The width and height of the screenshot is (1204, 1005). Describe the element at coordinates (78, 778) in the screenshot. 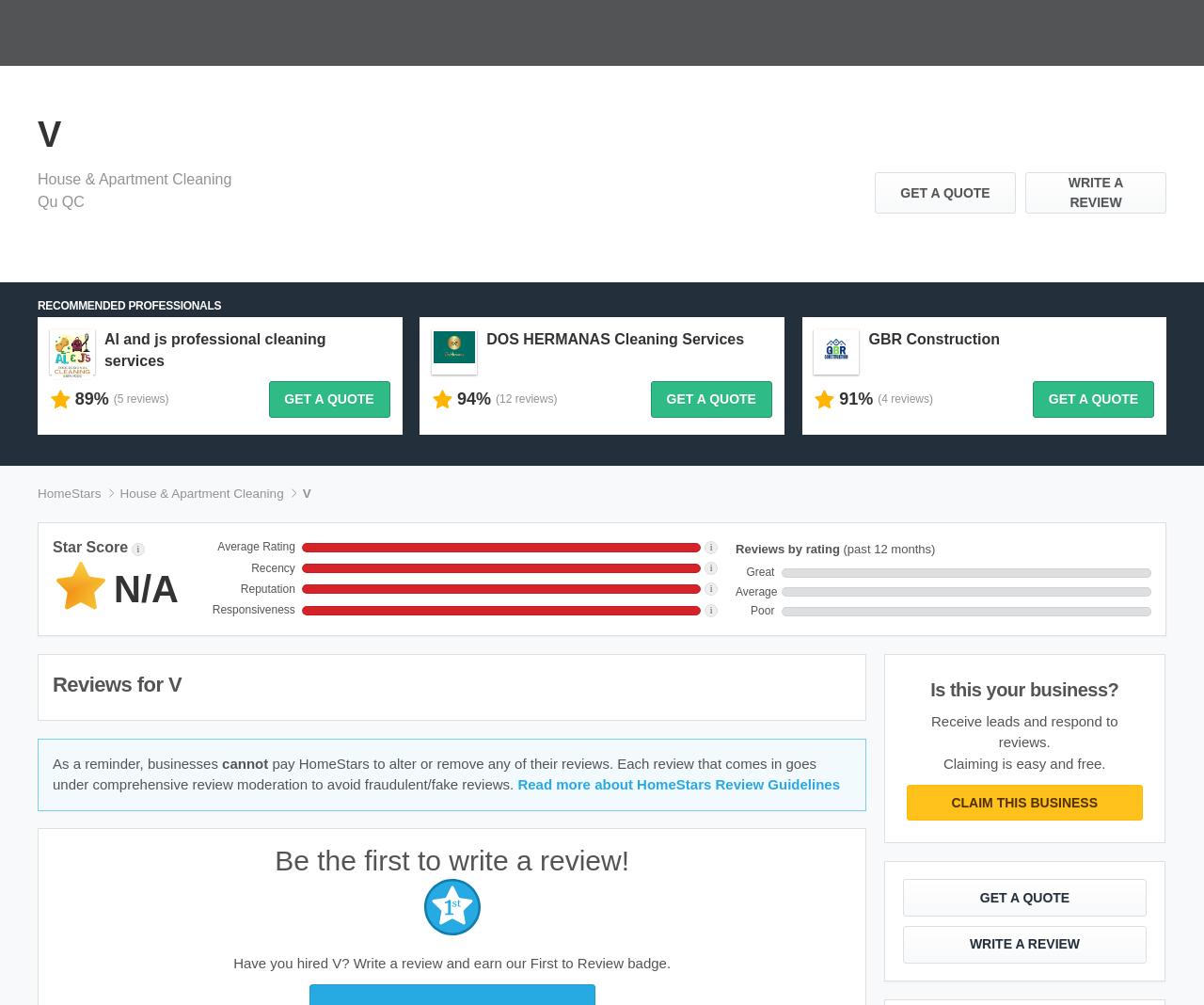

I see `'Homeowner FAQ'` at that location.